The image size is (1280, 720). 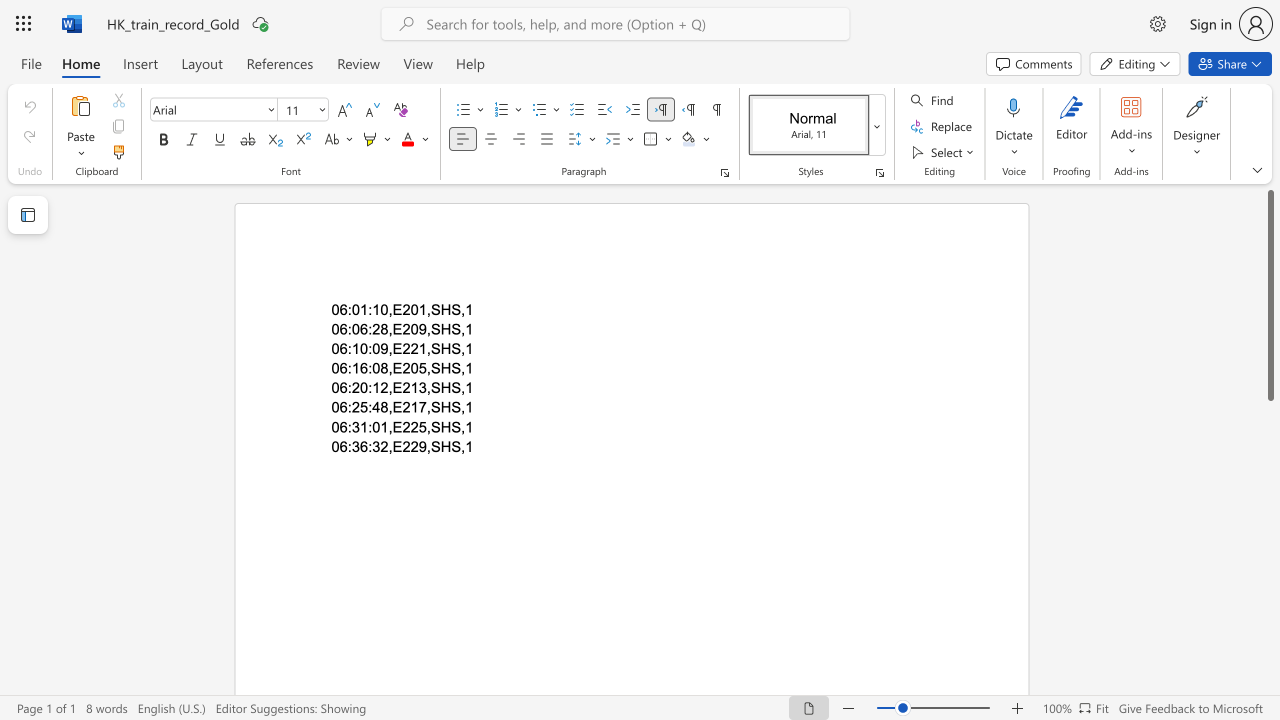 What do you see at coordinates (1269, 450) in the screenshot?
I see `the scrollbar on the right to shift the page lower` at bounding box center [1269, 450].